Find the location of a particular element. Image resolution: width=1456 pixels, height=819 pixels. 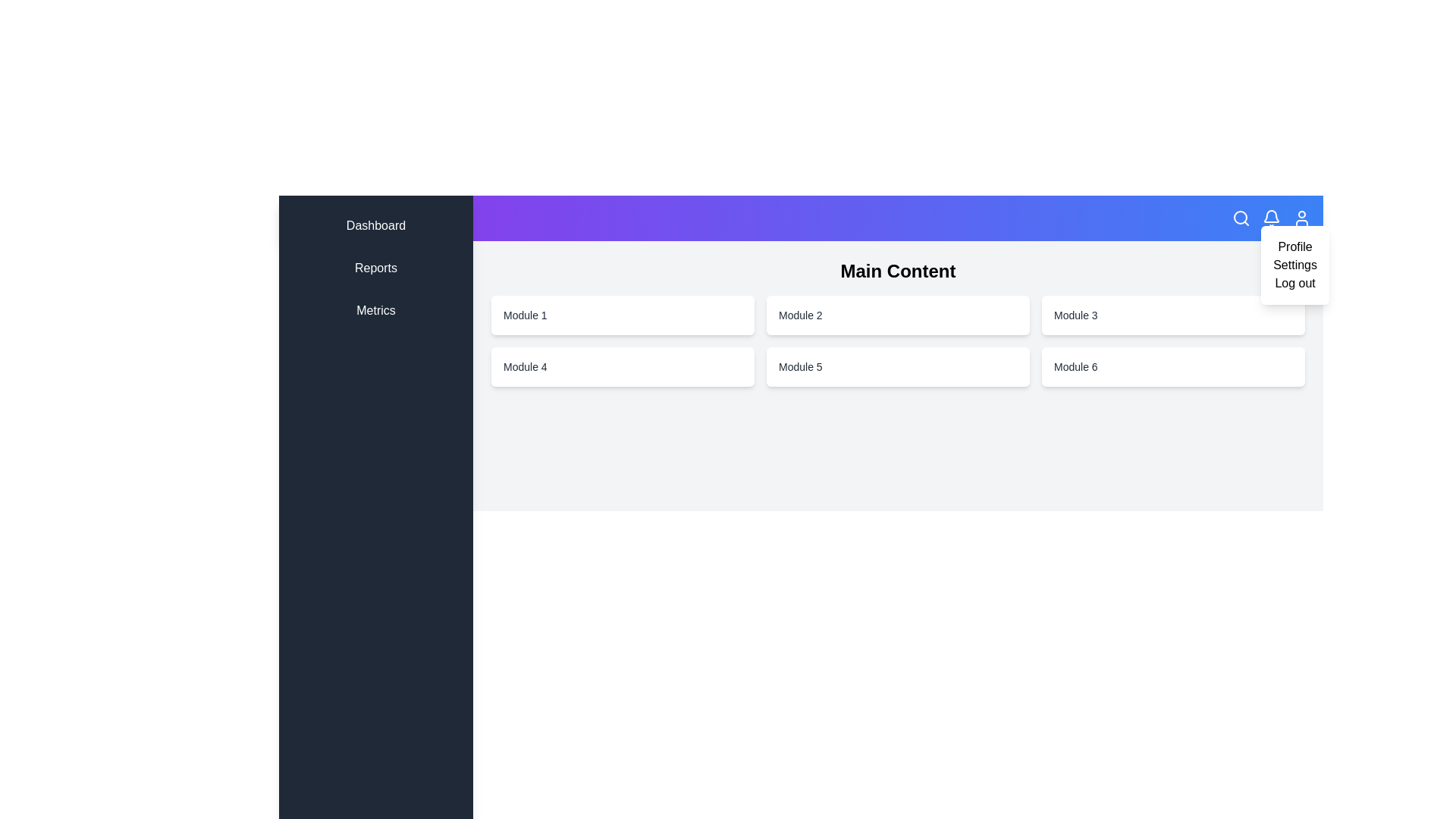

the 'ProActive' static text label located in the header section, which is styled in bold and positioned next to an icon on the left side is located at coordinates (340, 218).